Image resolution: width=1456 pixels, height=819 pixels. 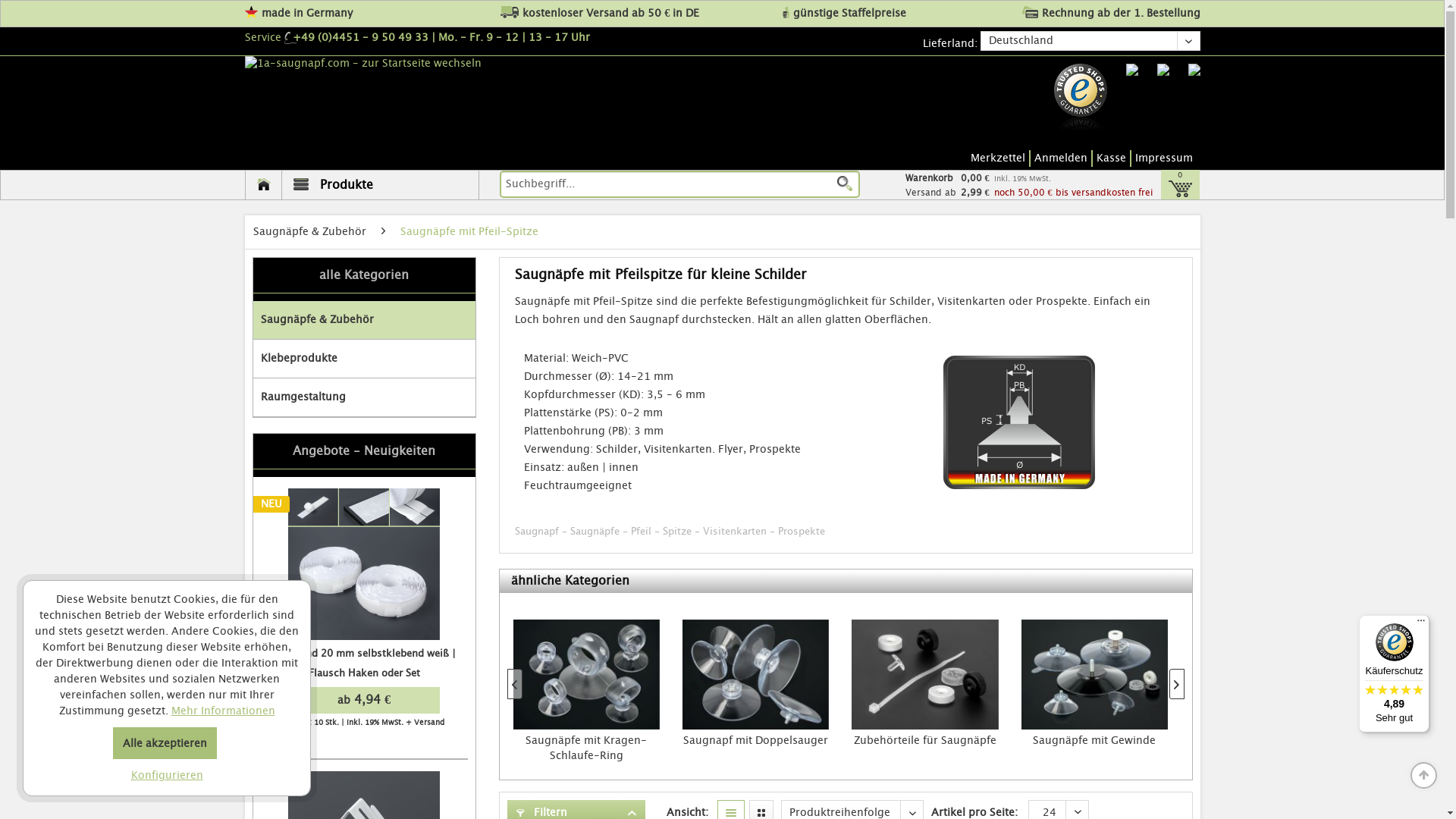 I want to click on '+49 (0)4451 - 9 50 49 33', so click(x=355, y=37).